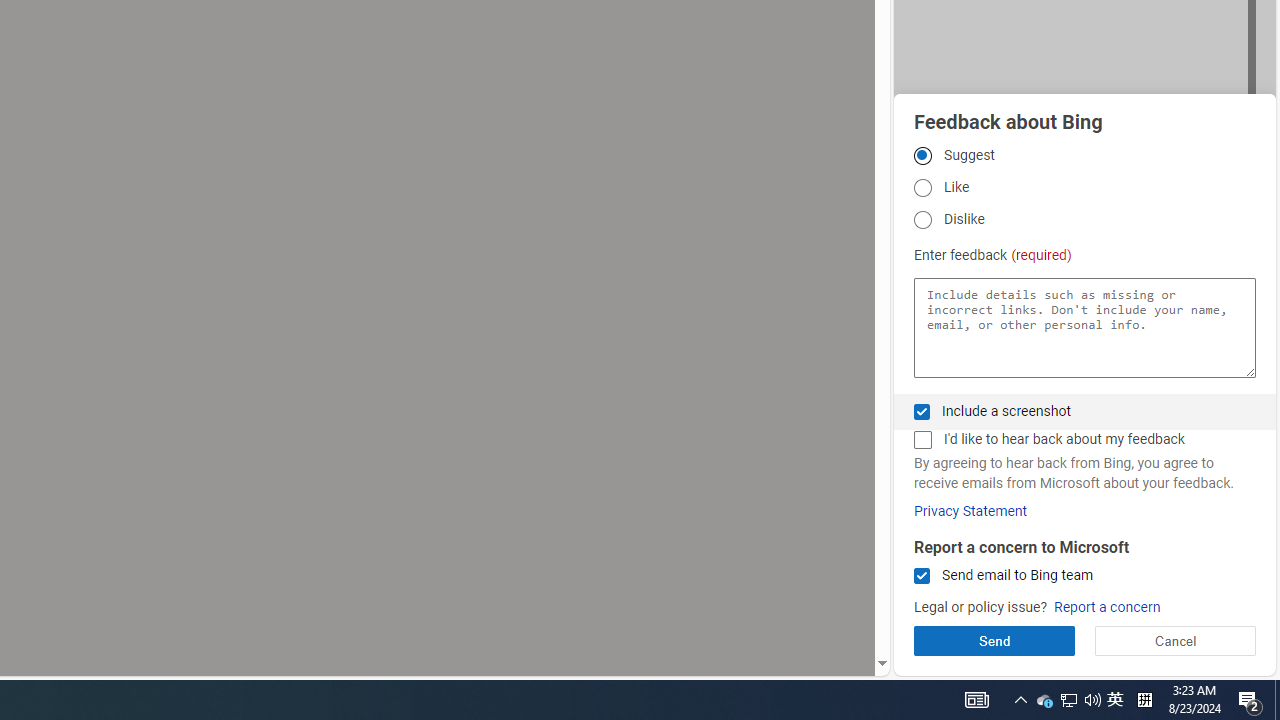 This screenshot has width=1280, height=720. What do you see at coordinates (994, 640) in the screenshot?
I see `'Send'` at bounding box center [994, 640].